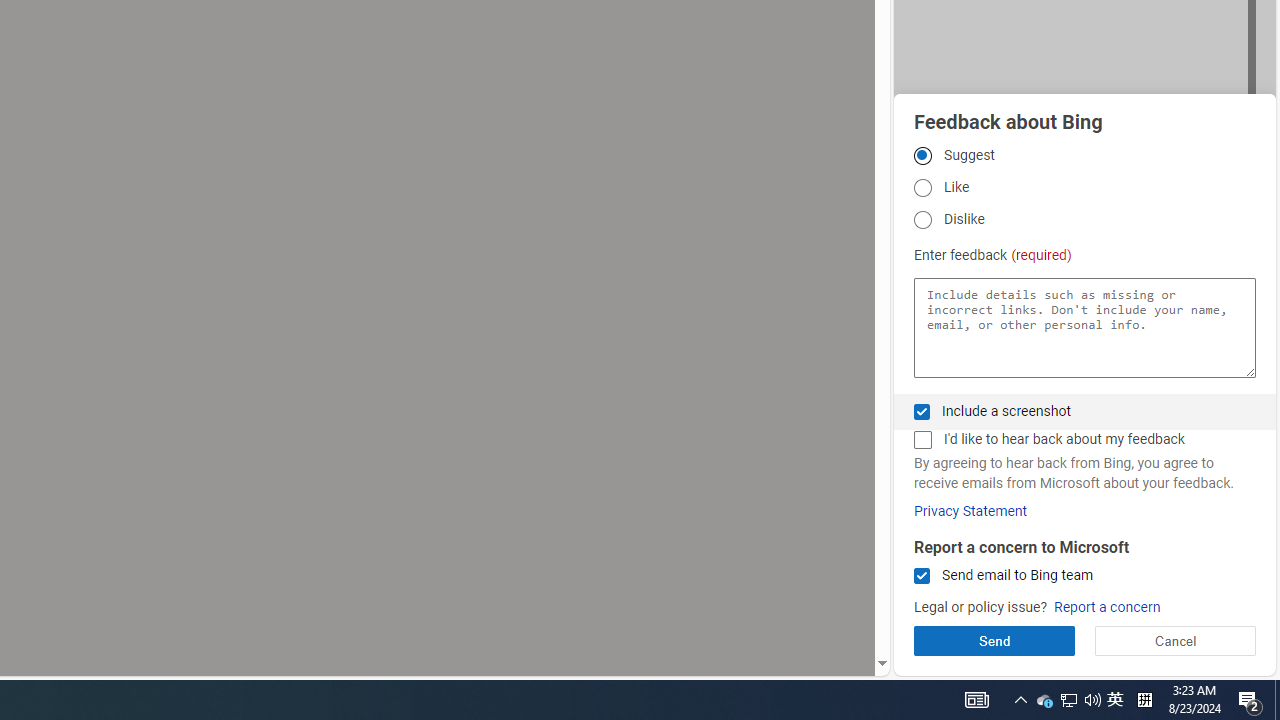 This screenshot has width=1280, height=720. What do you see at coordinates (994, 640) in the screenshot?
I see `'Send'` at bounding box center [994, 640].